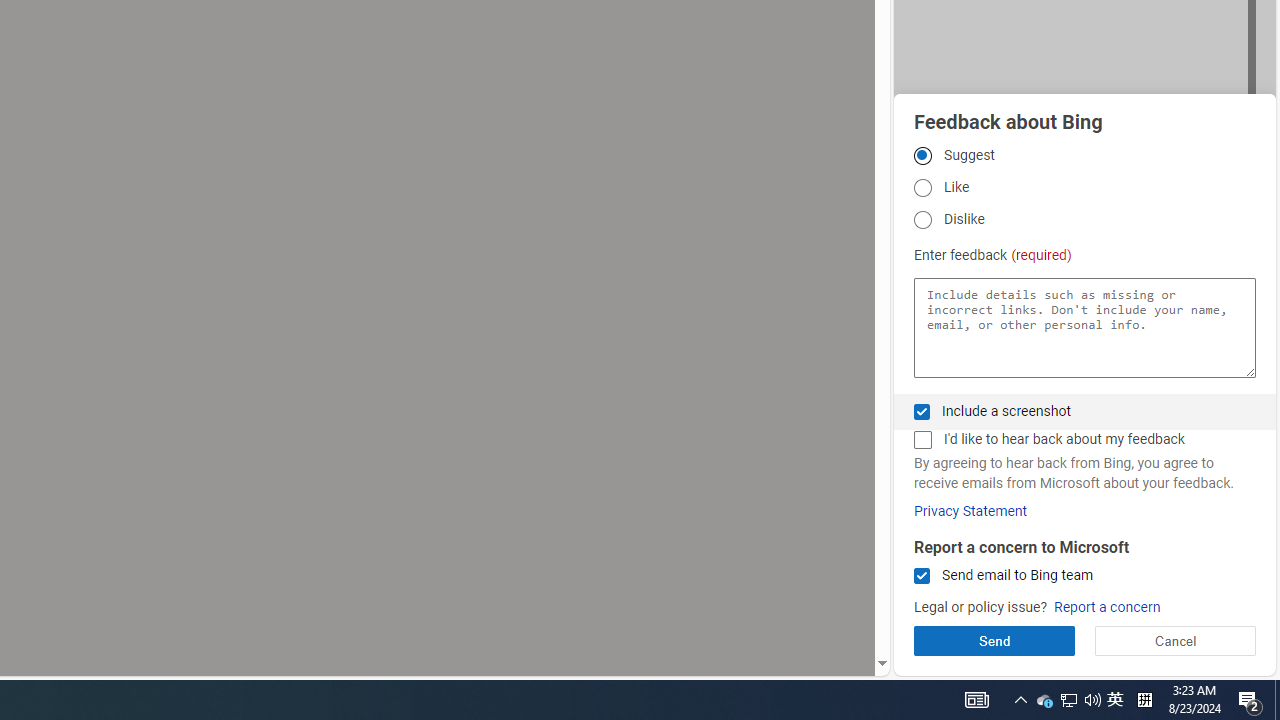 This screenshot has width=1280, height=720. What do you see at coordinates (994, 640) in the screenshot?
I see `'Send'` at bounding box center [994, 640].